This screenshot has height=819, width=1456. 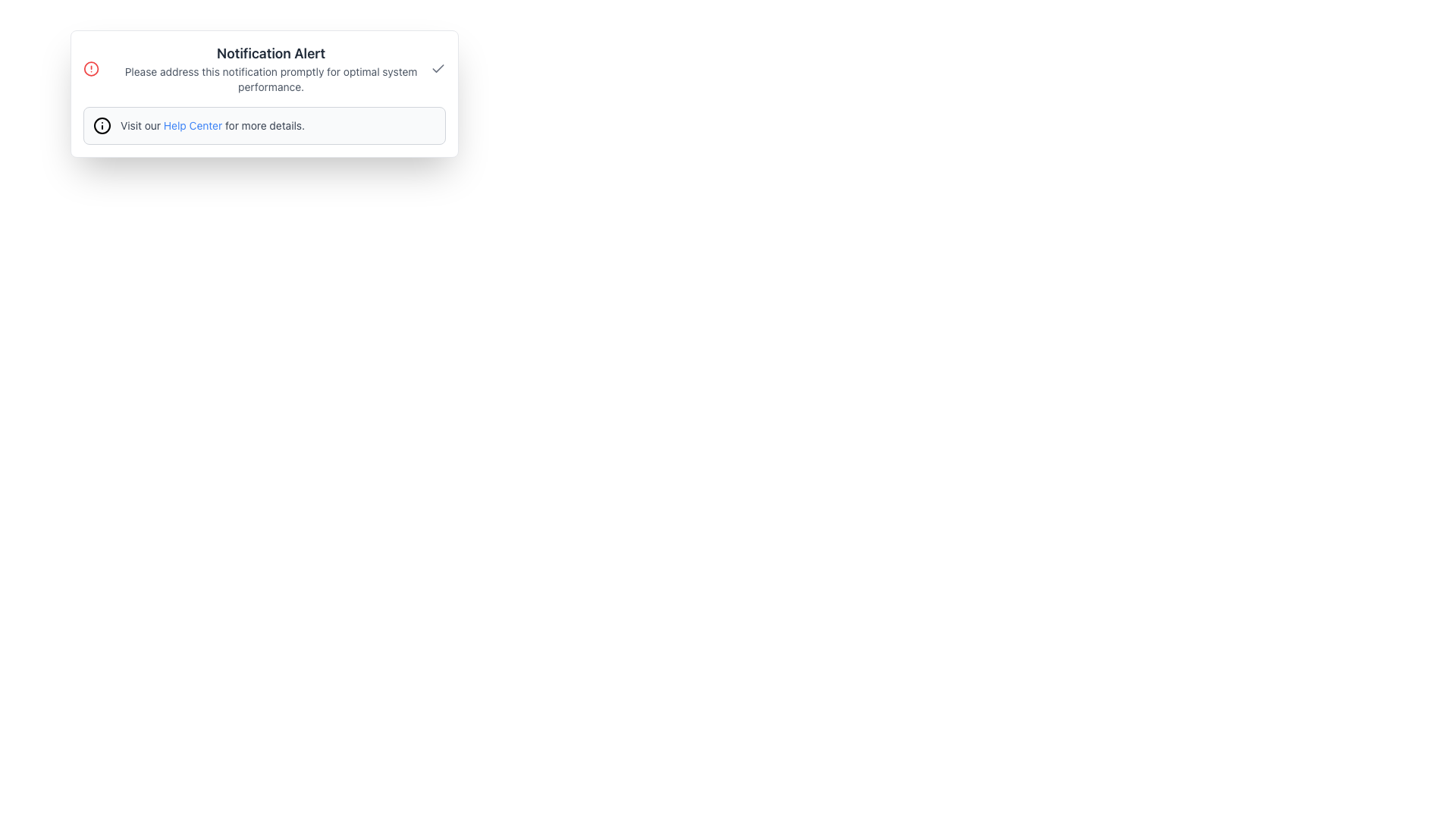 What do you see at coordinates (437, 67) in the screenshot?
I see `the approval icon located in the top-right corner of the notification card titled 'Notification Alert'` at bounding box center [437, 67].